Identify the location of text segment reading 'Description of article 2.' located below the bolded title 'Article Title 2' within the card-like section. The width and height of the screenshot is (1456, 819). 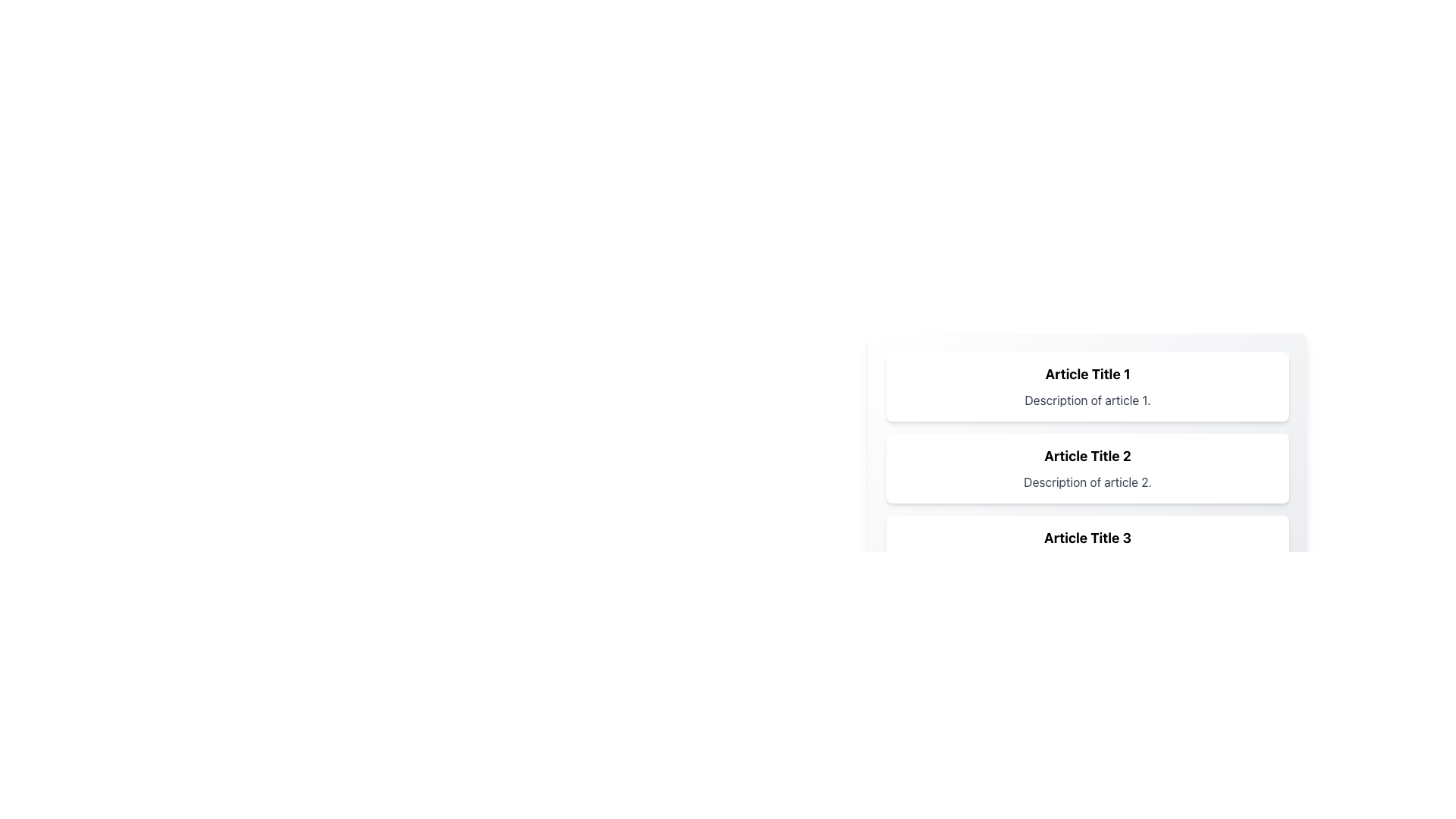
(1087, 482).